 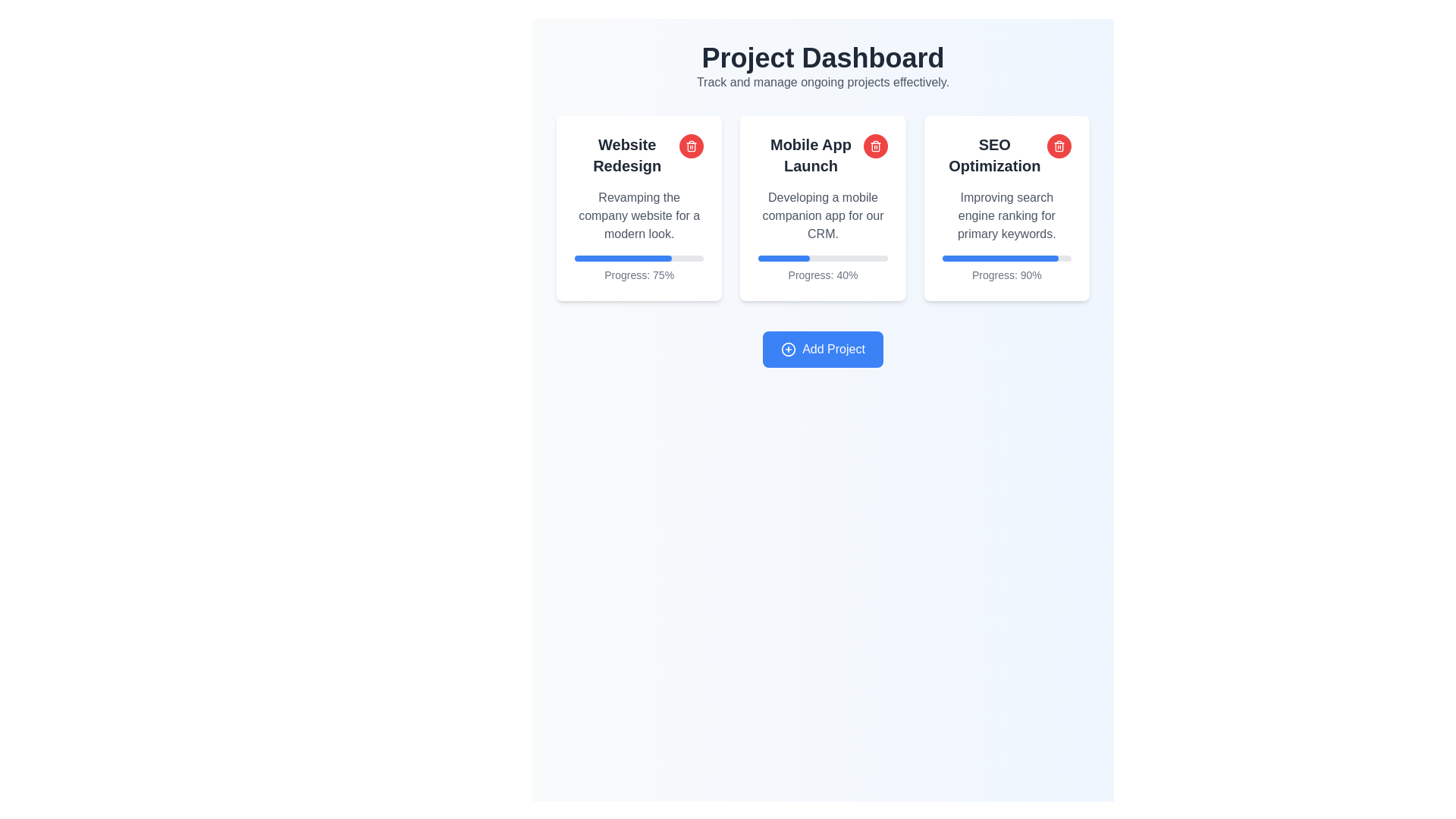 I want to click on the Text Block that contains the text 'Revamping the company website for a modern look.', which is styled in a subtle gray font and is located below the heading 'Website Redesign', so click(x=639, y=216).